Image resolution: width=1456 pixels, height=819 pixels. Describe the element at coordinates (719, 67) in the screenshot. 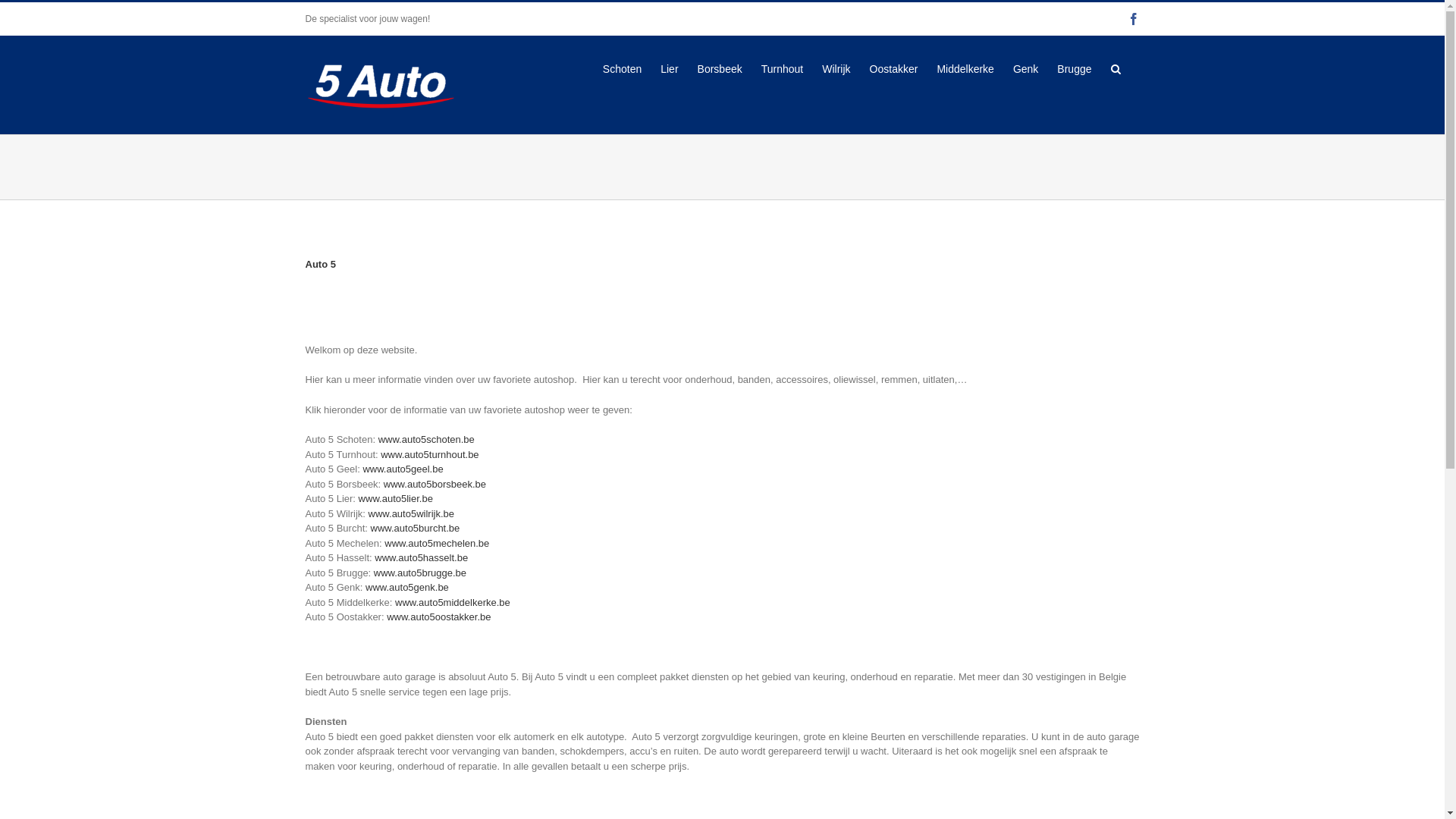

I see `'Borsbeek'` at that location.